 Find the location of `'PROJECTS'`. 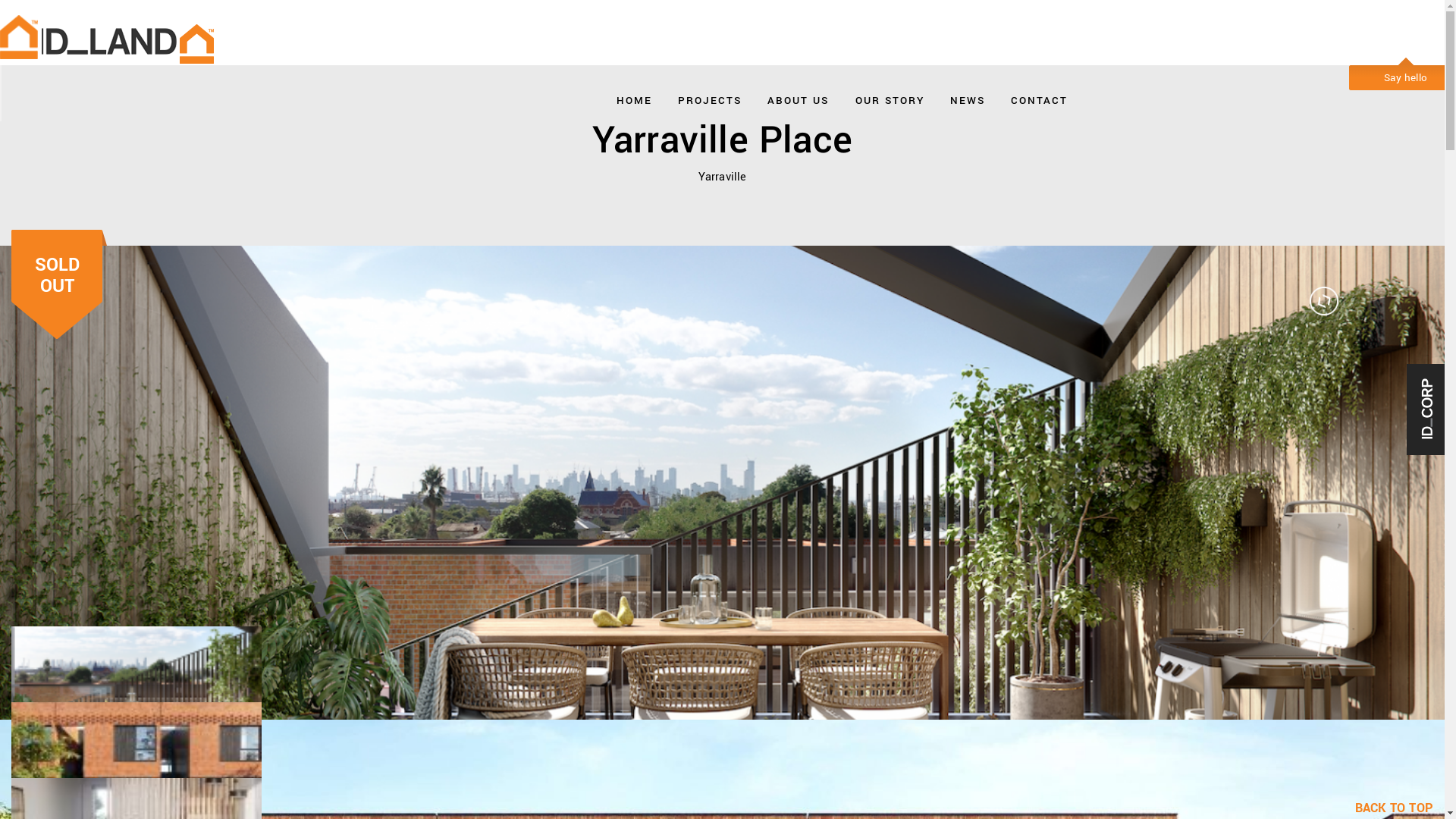

'PROJECTS' is located at coordinates (676, 96).